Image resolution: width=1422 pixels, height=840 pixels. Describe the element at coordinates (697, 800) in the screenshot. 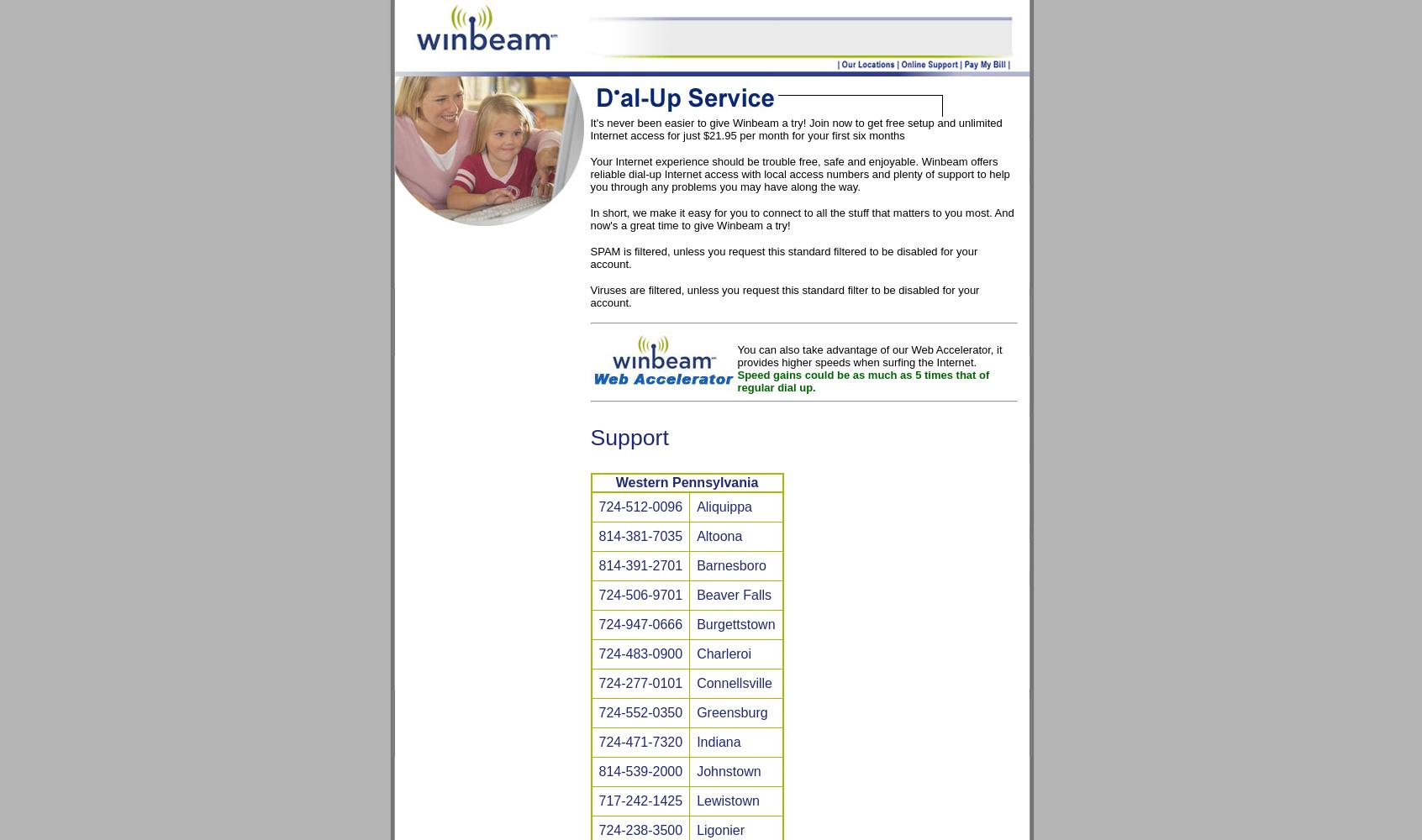

I see `'Lewistown'` at that location.